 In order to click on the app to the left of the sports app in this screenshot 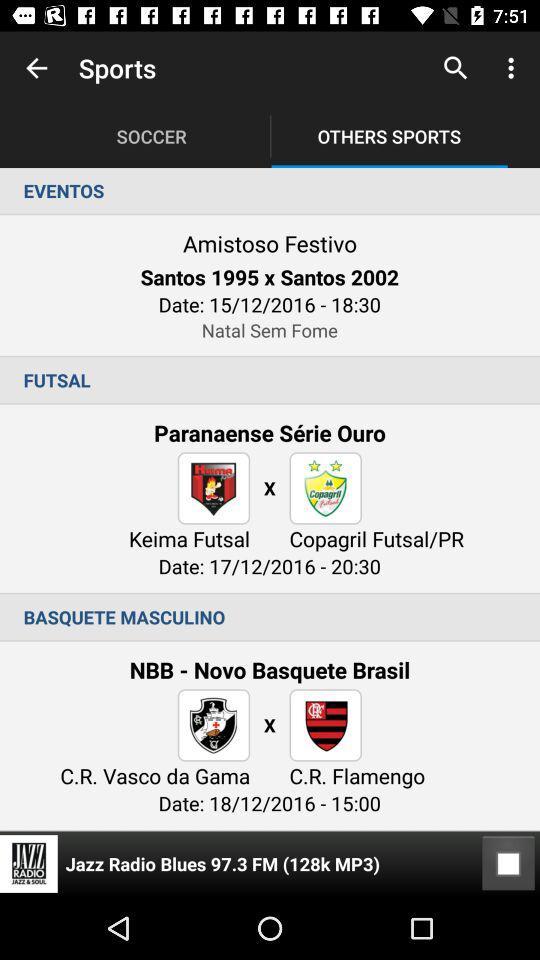, I will do `click(36, 68)`.